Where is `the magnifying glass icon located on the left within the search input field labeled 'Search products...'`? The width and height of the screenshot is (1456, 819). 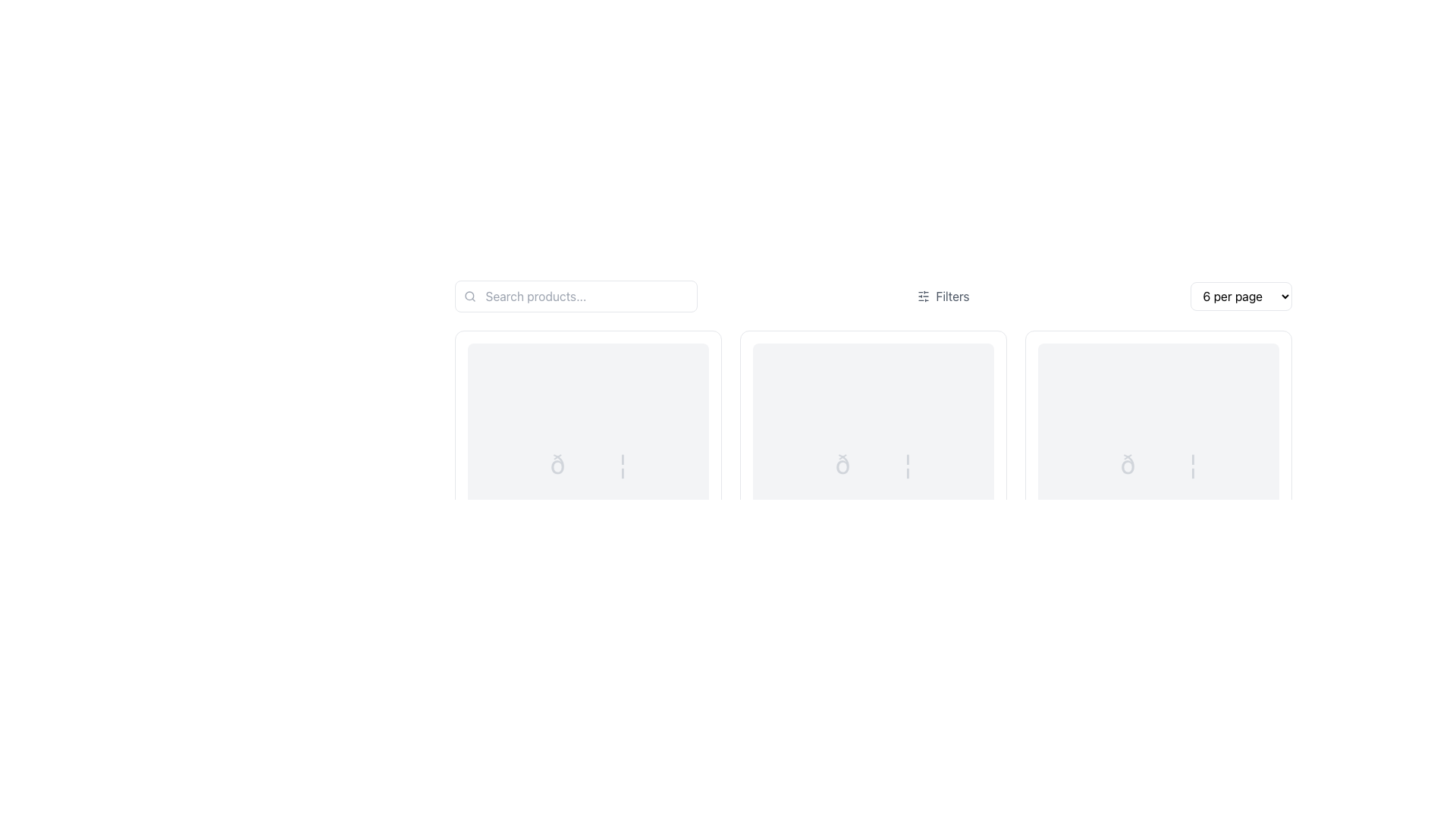 the magnifying glass icon located on the left within the search input field labeled 'Search products...' is located at coordinates (469, 296).